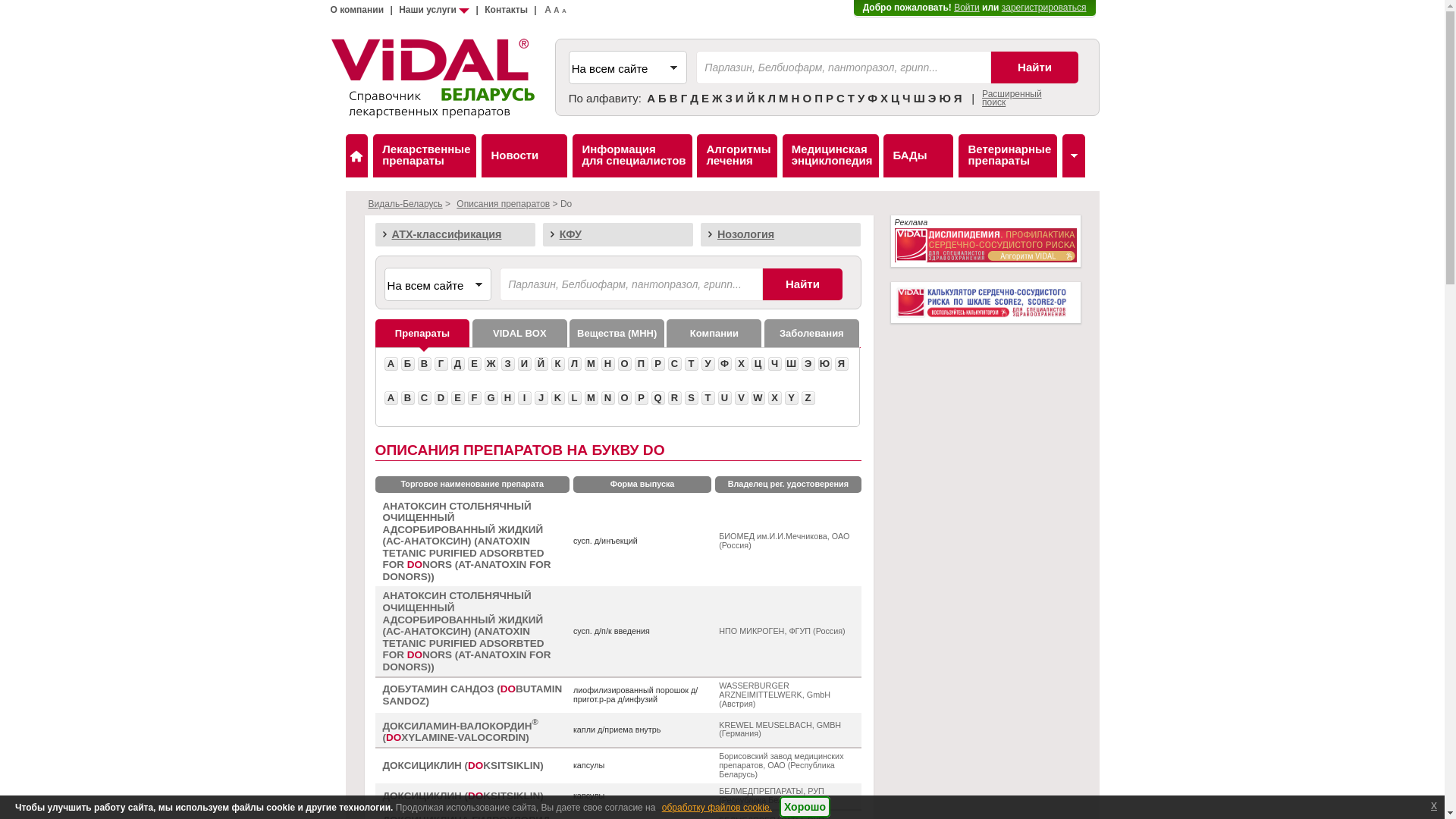 The image size is (1456, 819). What do you see at coordinates (1433, 804) in the screenshot?
I see `'x'` at bounding box center [1433, 804].